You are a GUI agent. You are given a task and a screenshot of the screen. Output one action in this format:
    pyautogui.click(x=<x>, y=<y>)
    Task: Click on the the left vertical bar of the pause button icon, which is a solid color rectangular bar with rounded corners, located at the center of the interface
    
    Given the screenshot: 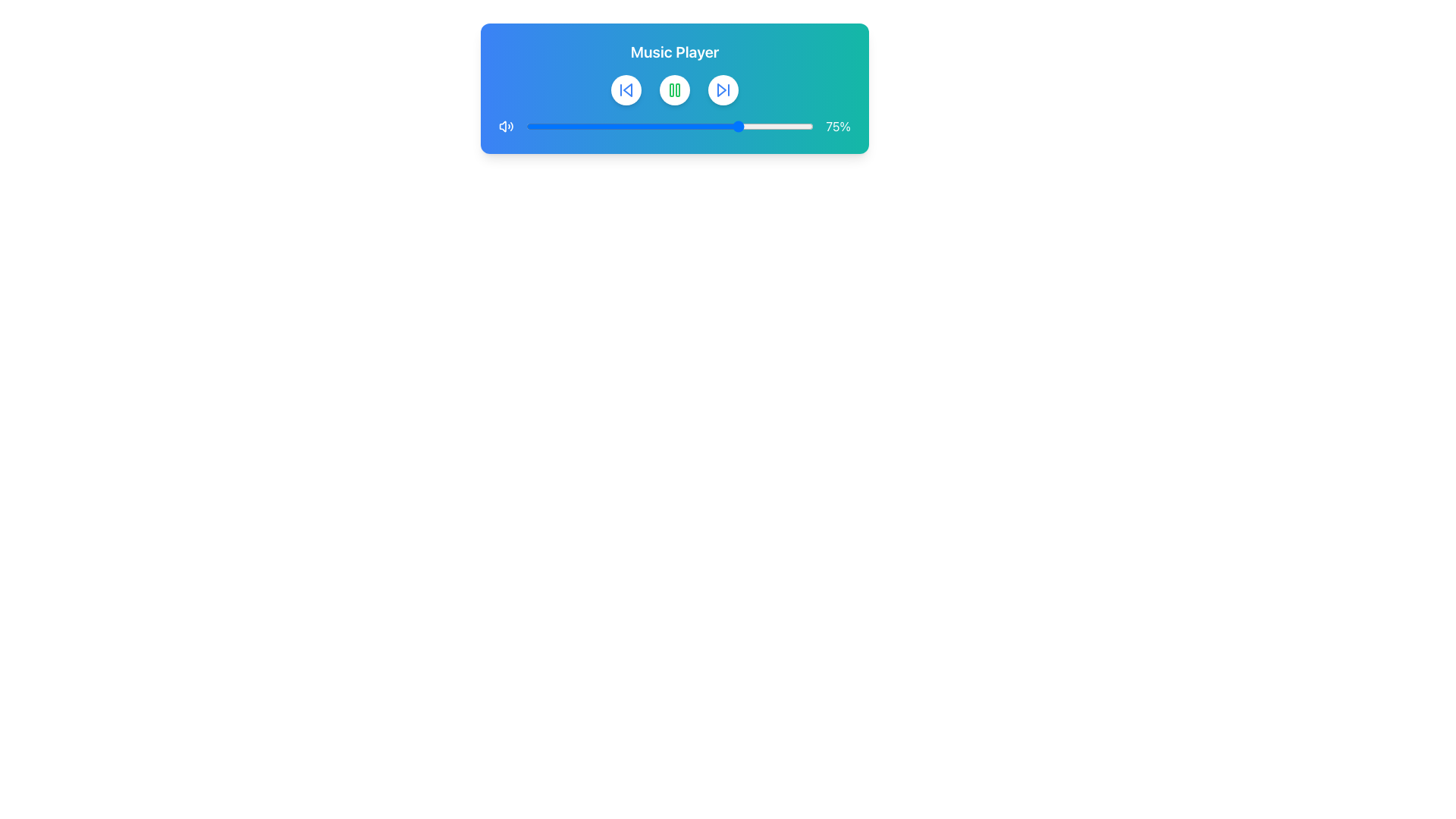 What is the action you would take?
    pyautogui.click(x=671, y=90)
    